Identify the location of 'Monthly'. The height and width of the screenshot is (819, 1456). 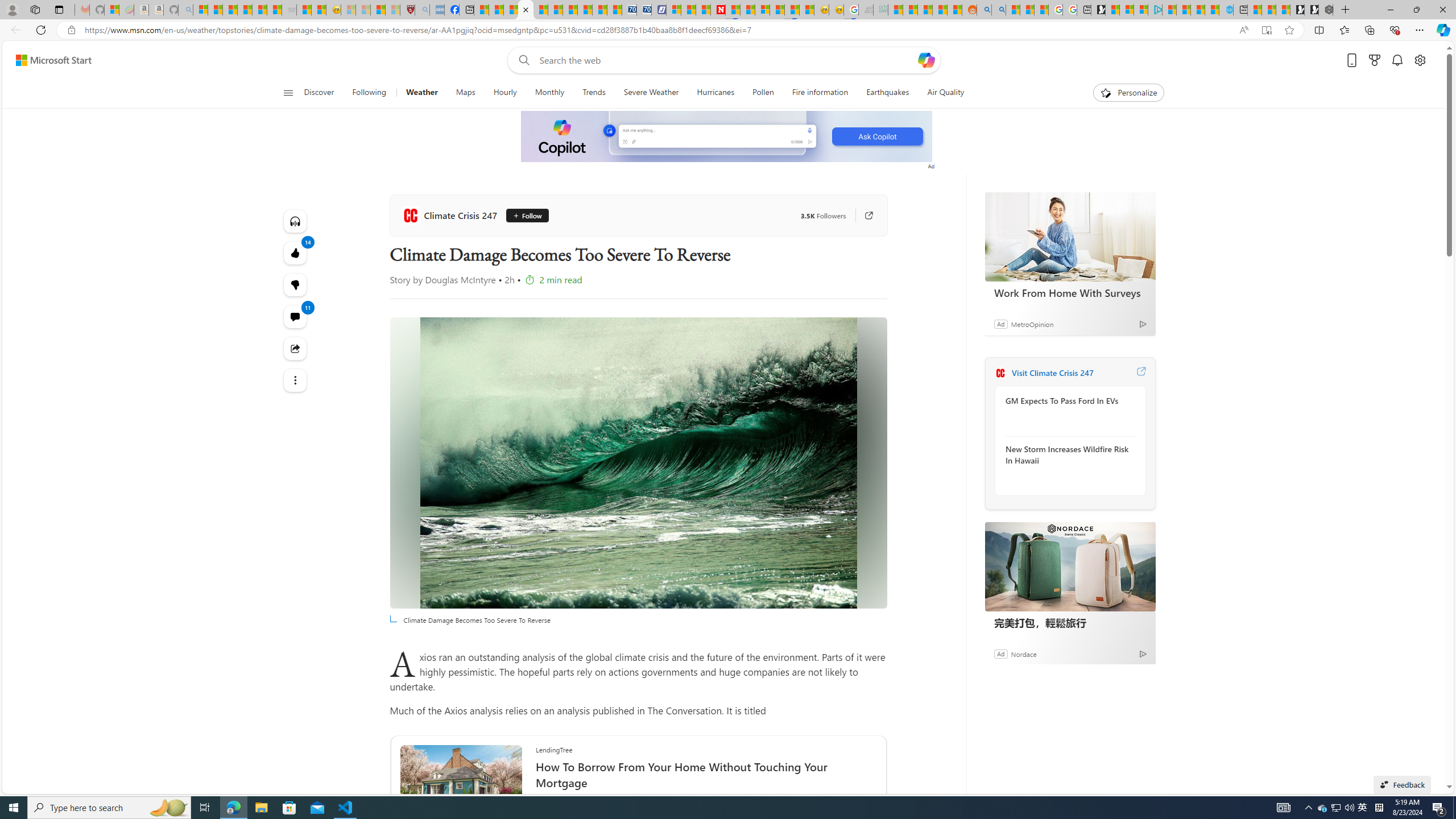
(549, 92).